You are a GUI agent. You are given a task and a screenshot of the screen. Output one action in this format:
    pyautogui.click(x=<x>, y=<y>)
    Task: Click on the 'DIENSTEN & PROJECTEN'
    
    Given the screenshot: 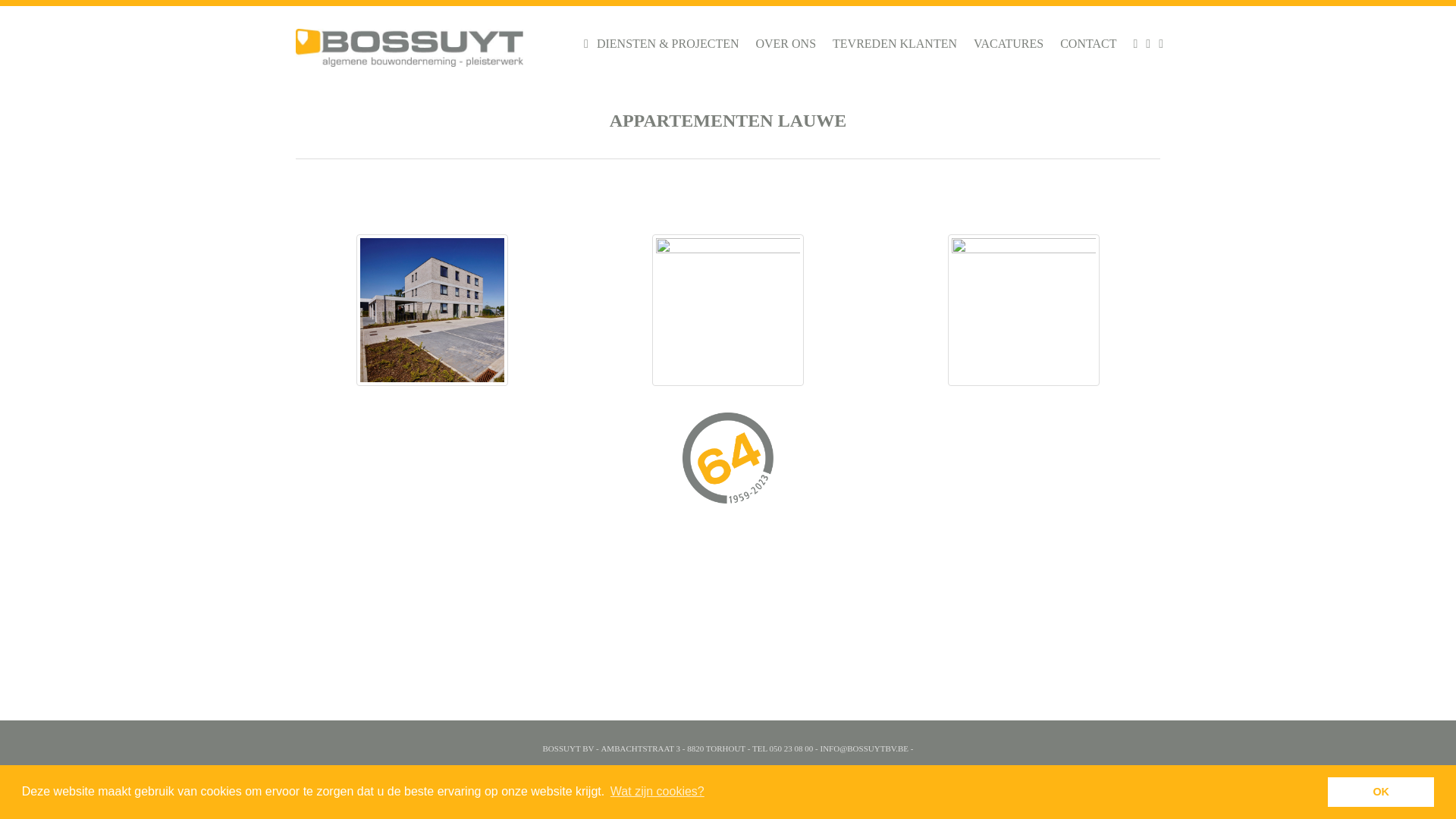 What is the action you would take?
    pyautogui.click(x=667, y=42)
    